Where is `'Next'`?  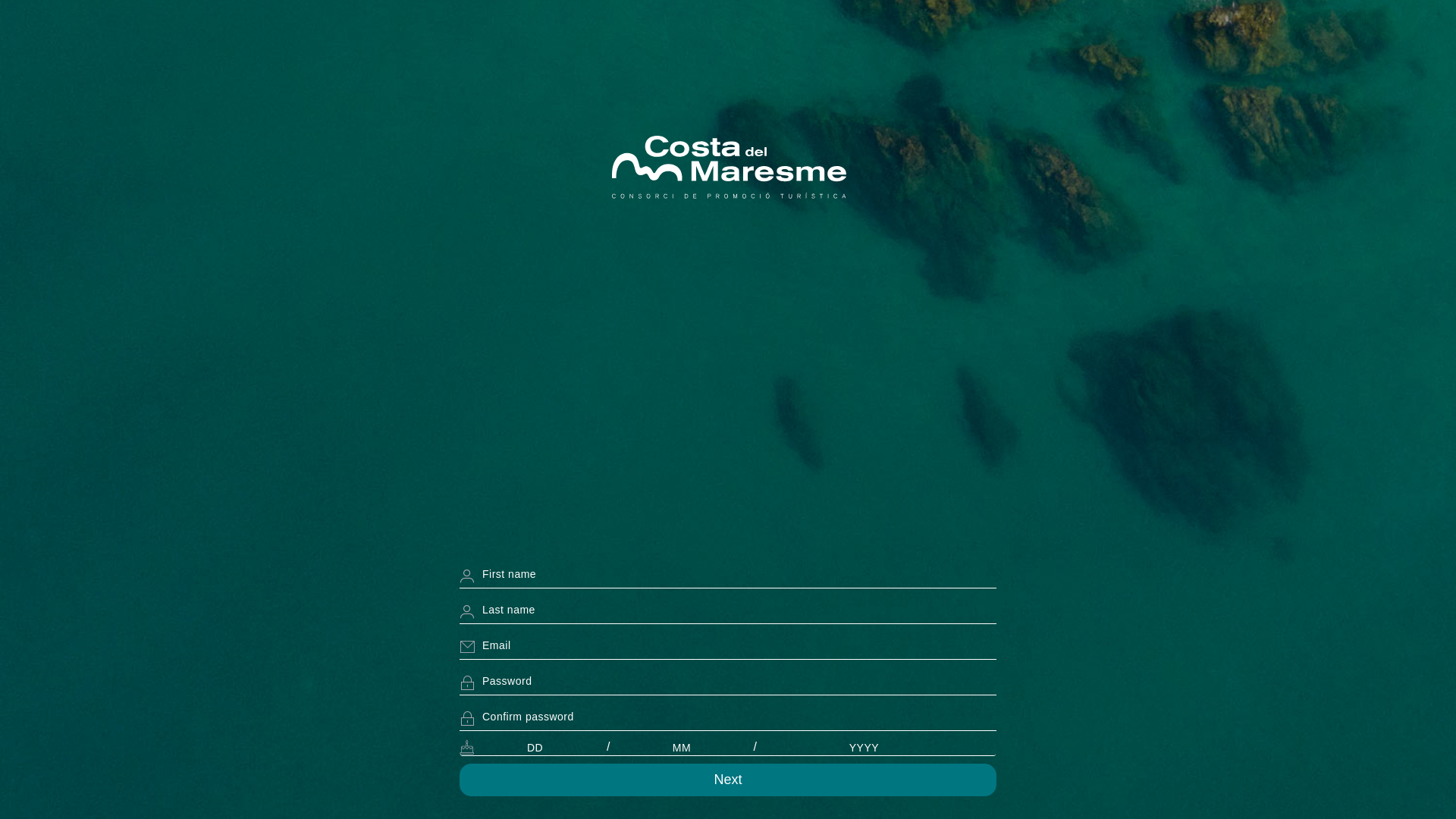
'Next' is located at coordinates (728, 780).